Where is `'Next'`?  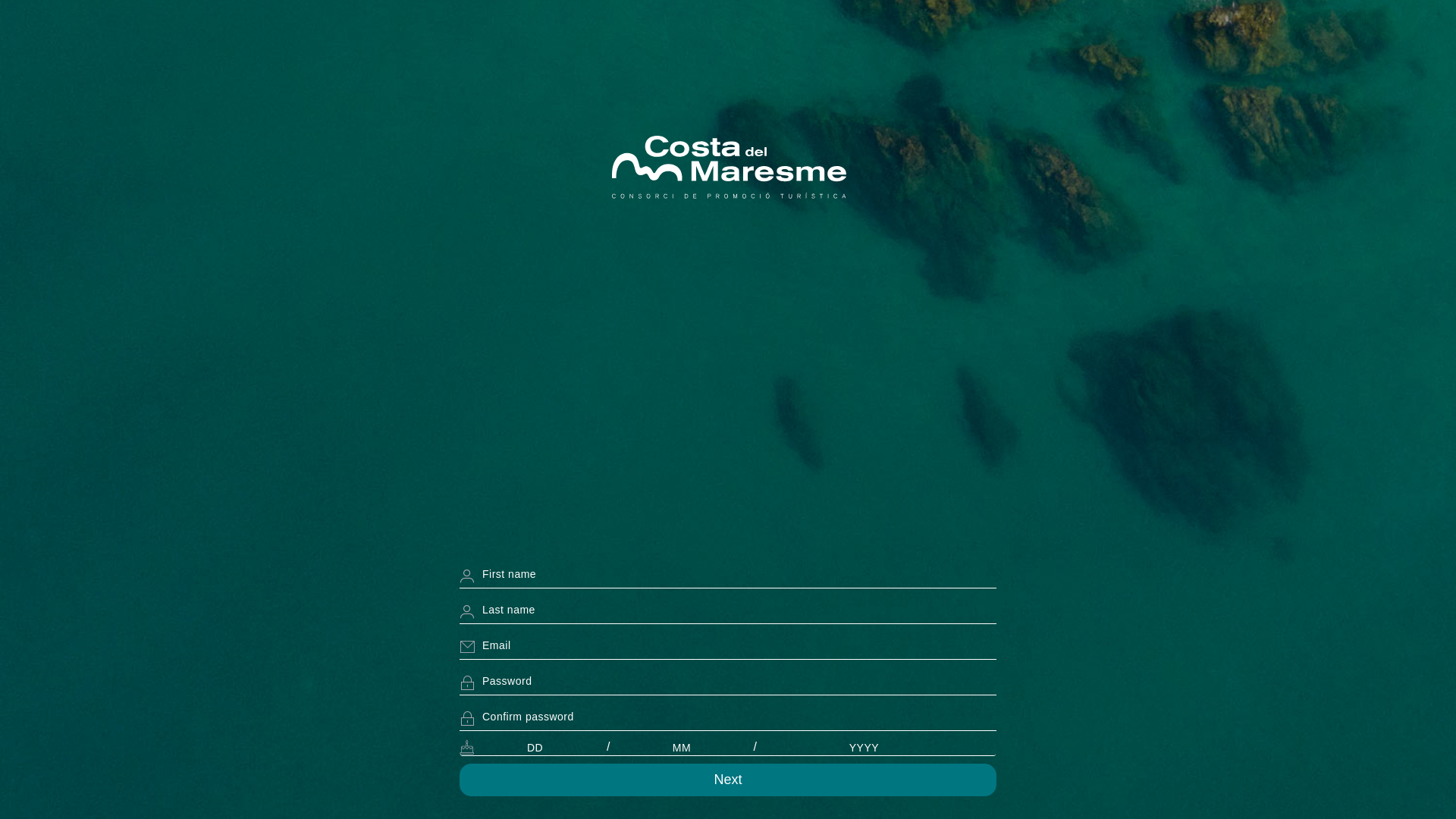
'Next' is located at coordinates (728, 780).